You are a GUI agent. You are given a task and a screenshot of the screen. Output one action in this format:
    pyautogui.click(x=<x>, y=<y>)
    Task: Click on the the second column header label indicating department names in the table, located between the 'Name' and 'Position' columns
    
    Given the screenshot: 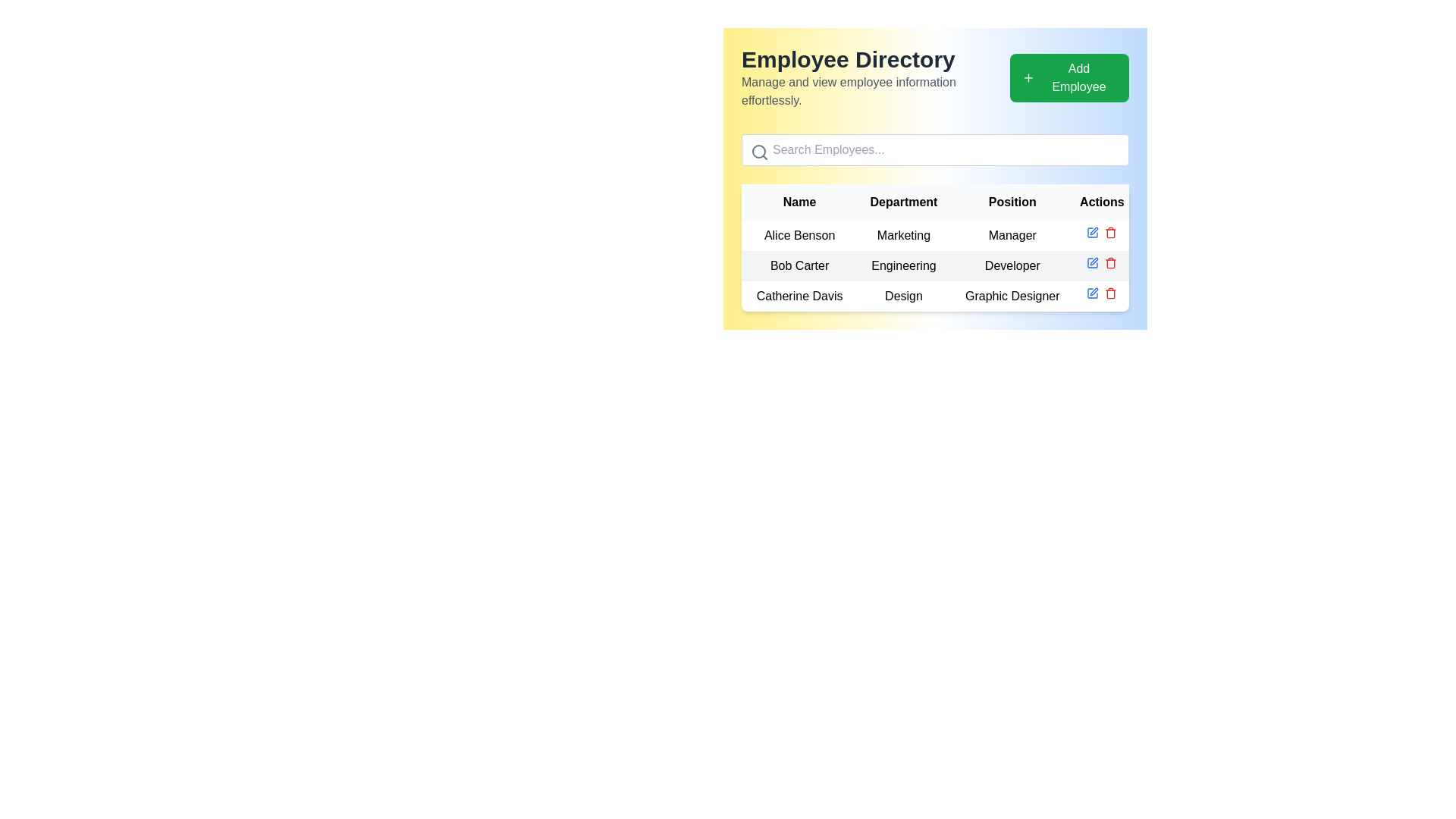 What is the action you would take?
    pyautogui.click(x=903, y=201)
    